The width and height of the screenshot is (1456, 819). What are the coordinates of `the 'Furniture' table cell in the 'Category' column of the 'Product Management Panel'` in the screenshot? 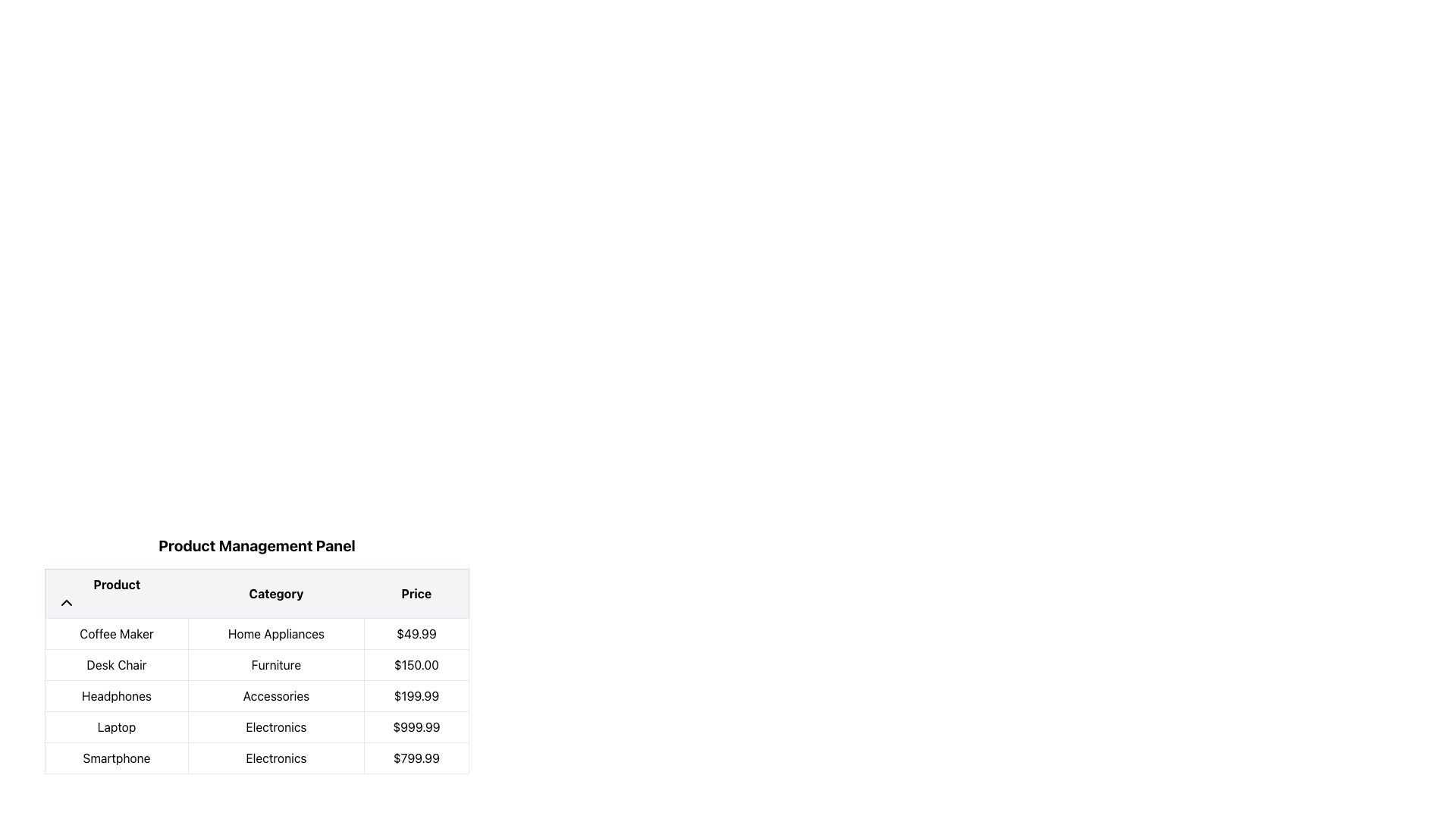 It's located at (276, 664).